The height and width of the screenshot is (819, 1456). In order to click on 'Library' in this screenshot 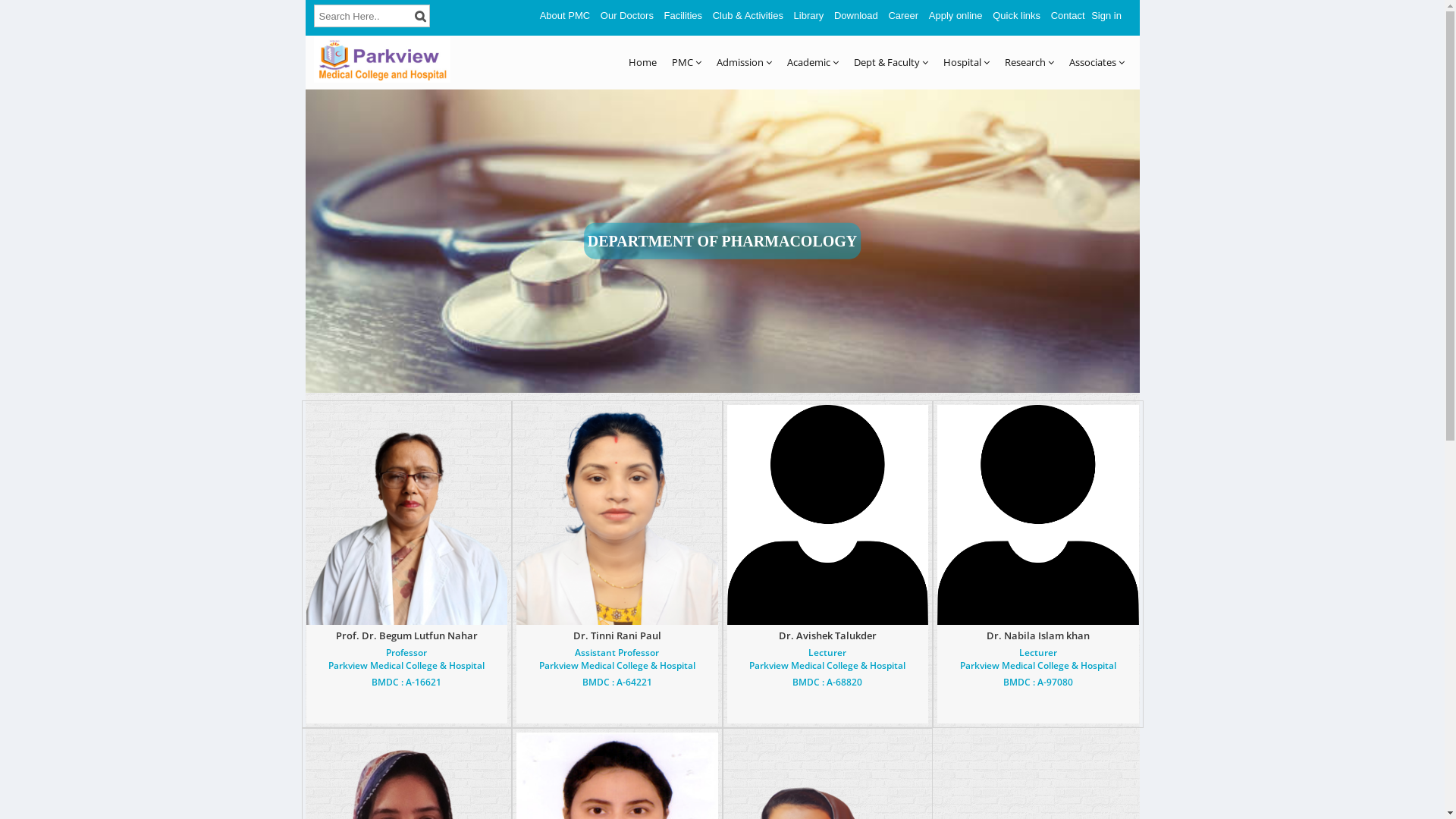, I will do `click(808, 15)`.